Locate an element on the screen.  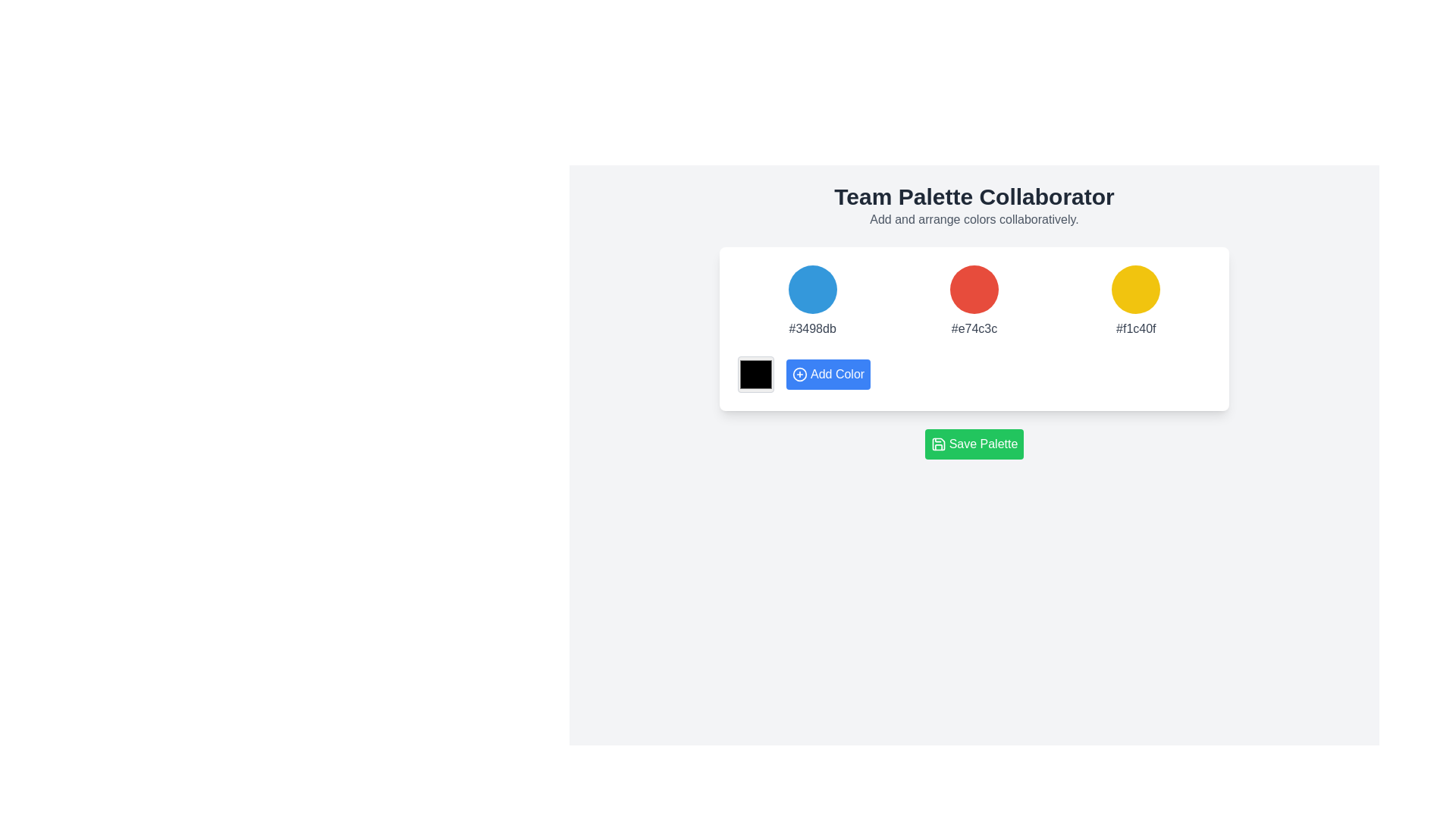
the save icon within the green button located at the bottom center of the card layout, which is positioned to the left of the 'Save Palette' text is located at coordinates (937, 444).